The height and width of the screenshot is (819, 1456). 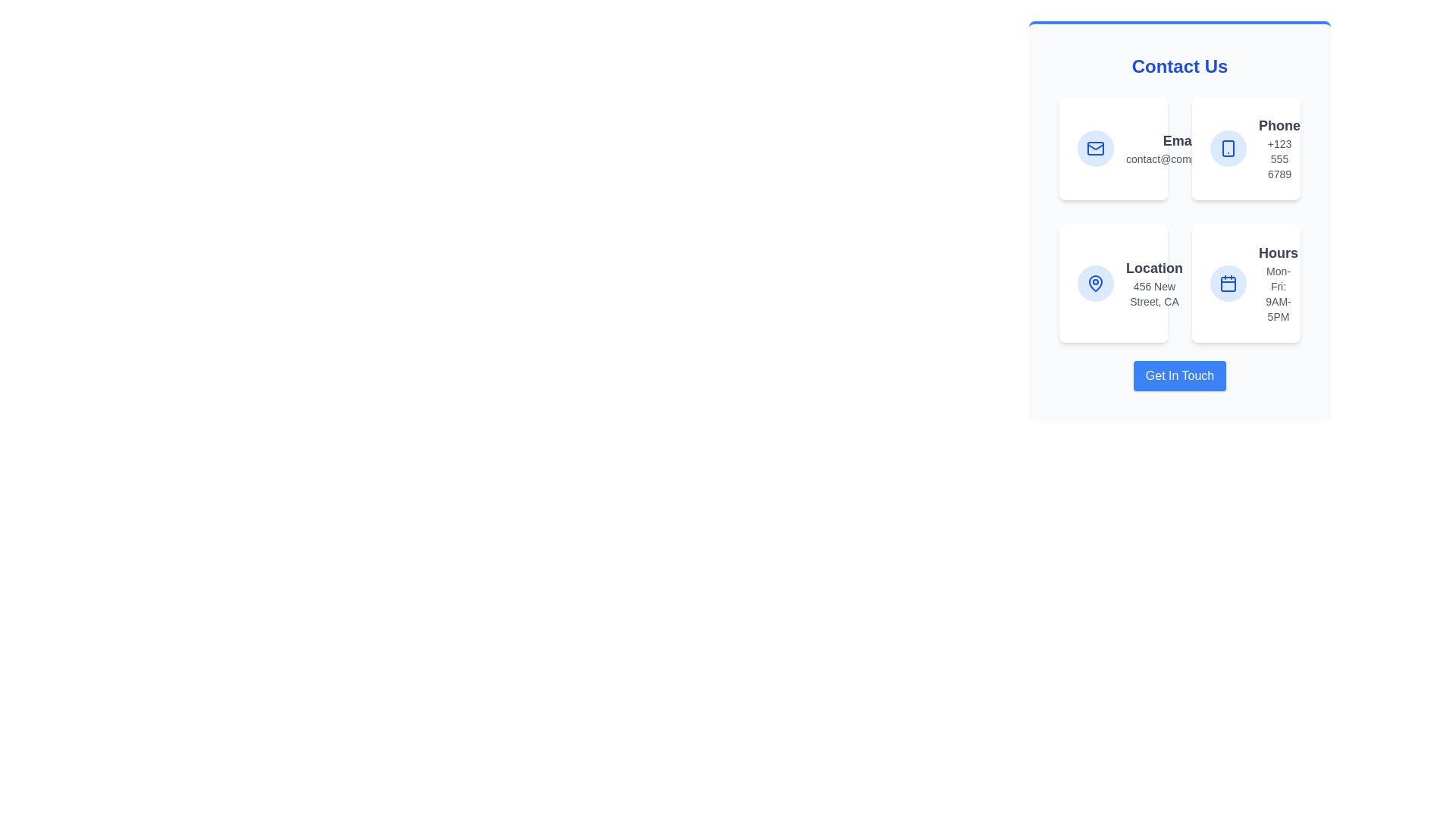 What do you see at coordinates (1277, 284) in the screenshot?
I see `business hours of operation displayed in the bottom-right card within the grid of four cards, located to the right of the 'Location' card and below the 'Phone' card` at bounding box center [1277, 284].